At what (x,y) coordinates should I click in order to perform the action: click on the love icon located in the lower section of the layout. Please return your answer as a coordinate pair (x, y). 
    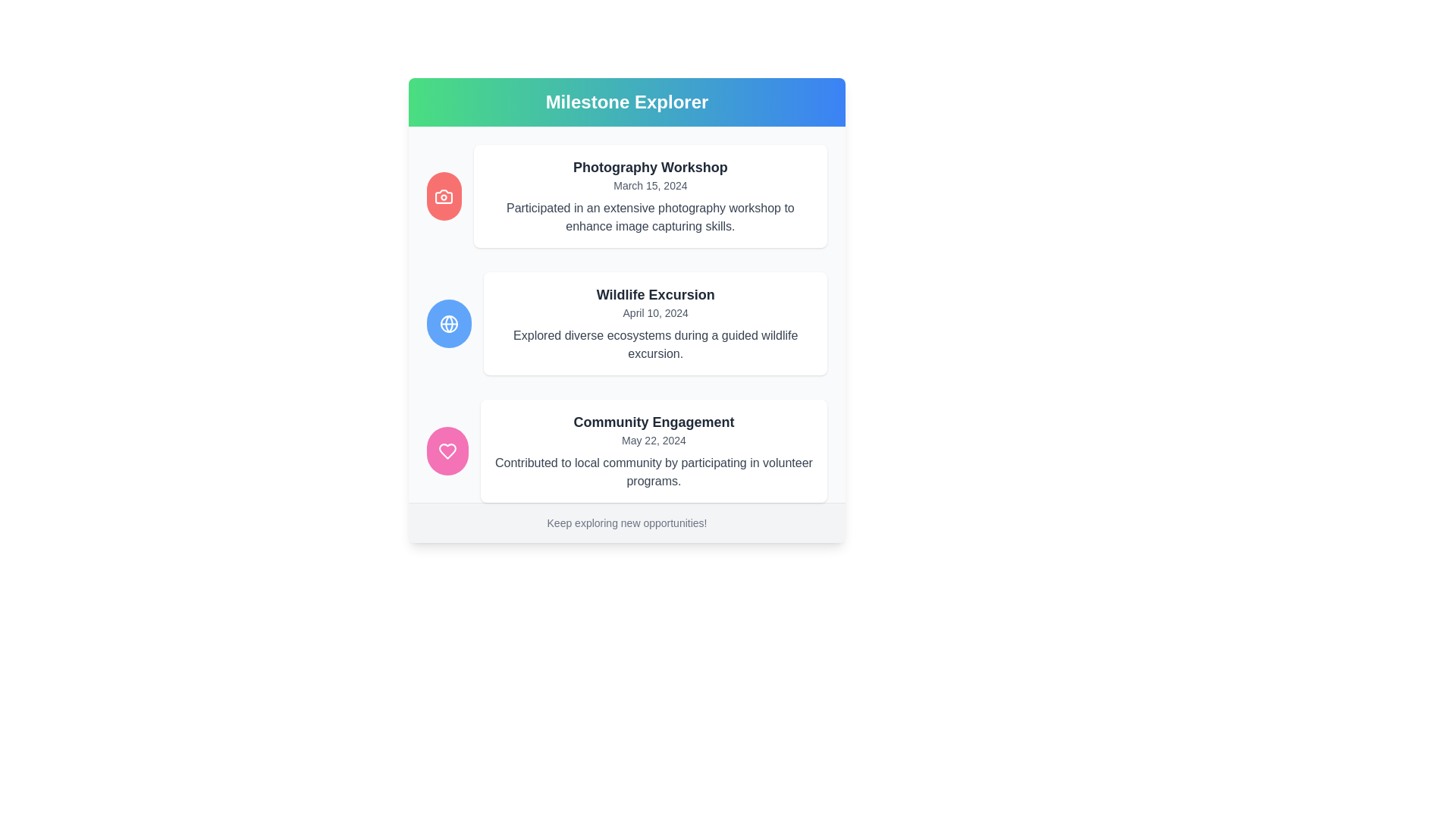
    Looking at the image, I should click on (447, 450).